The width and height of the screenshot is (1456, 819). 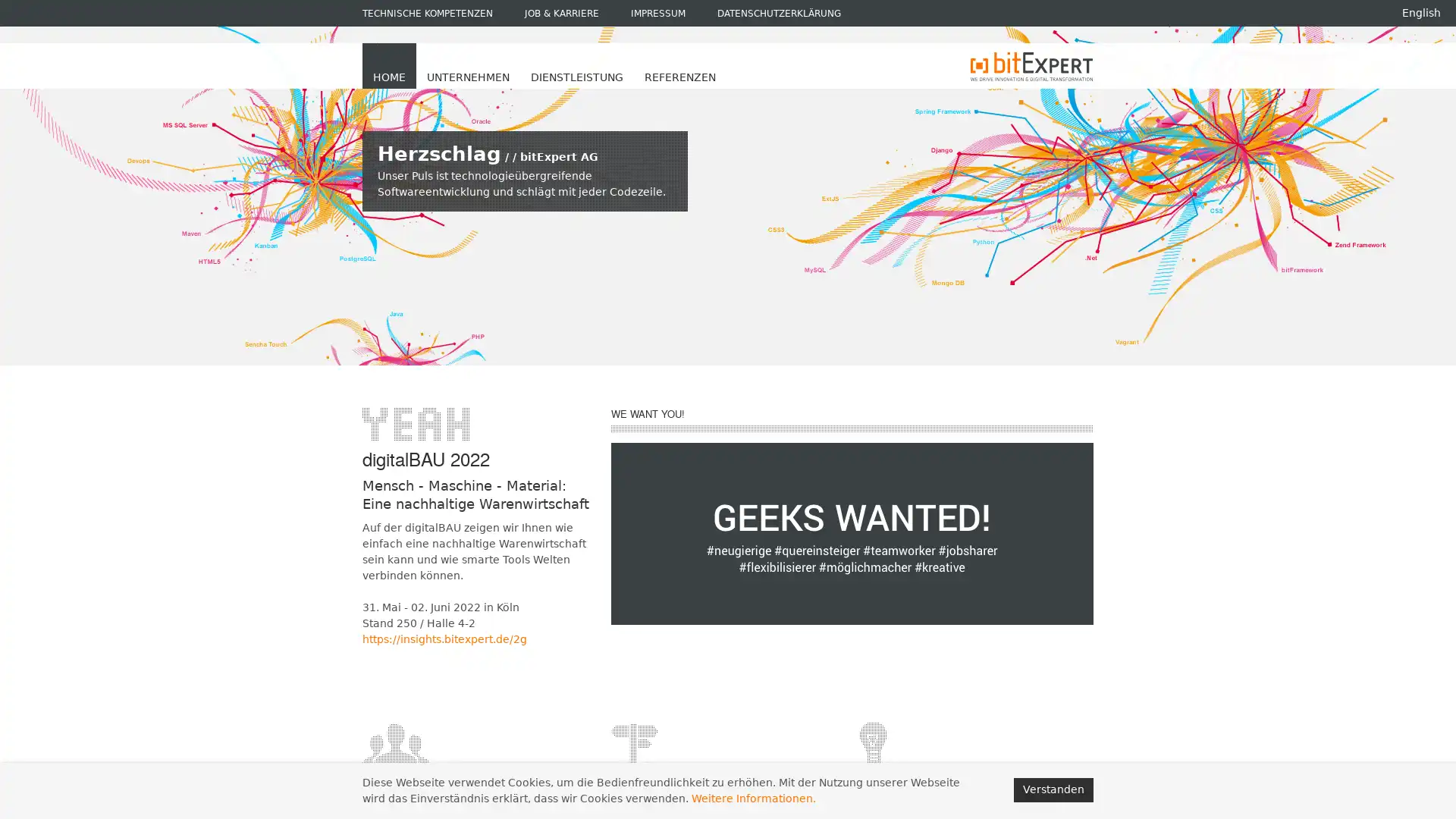 What do you see at coordinates (1052, 789) in the screenshot?
I see `Verstanden` at bounding box center [1052, 789].